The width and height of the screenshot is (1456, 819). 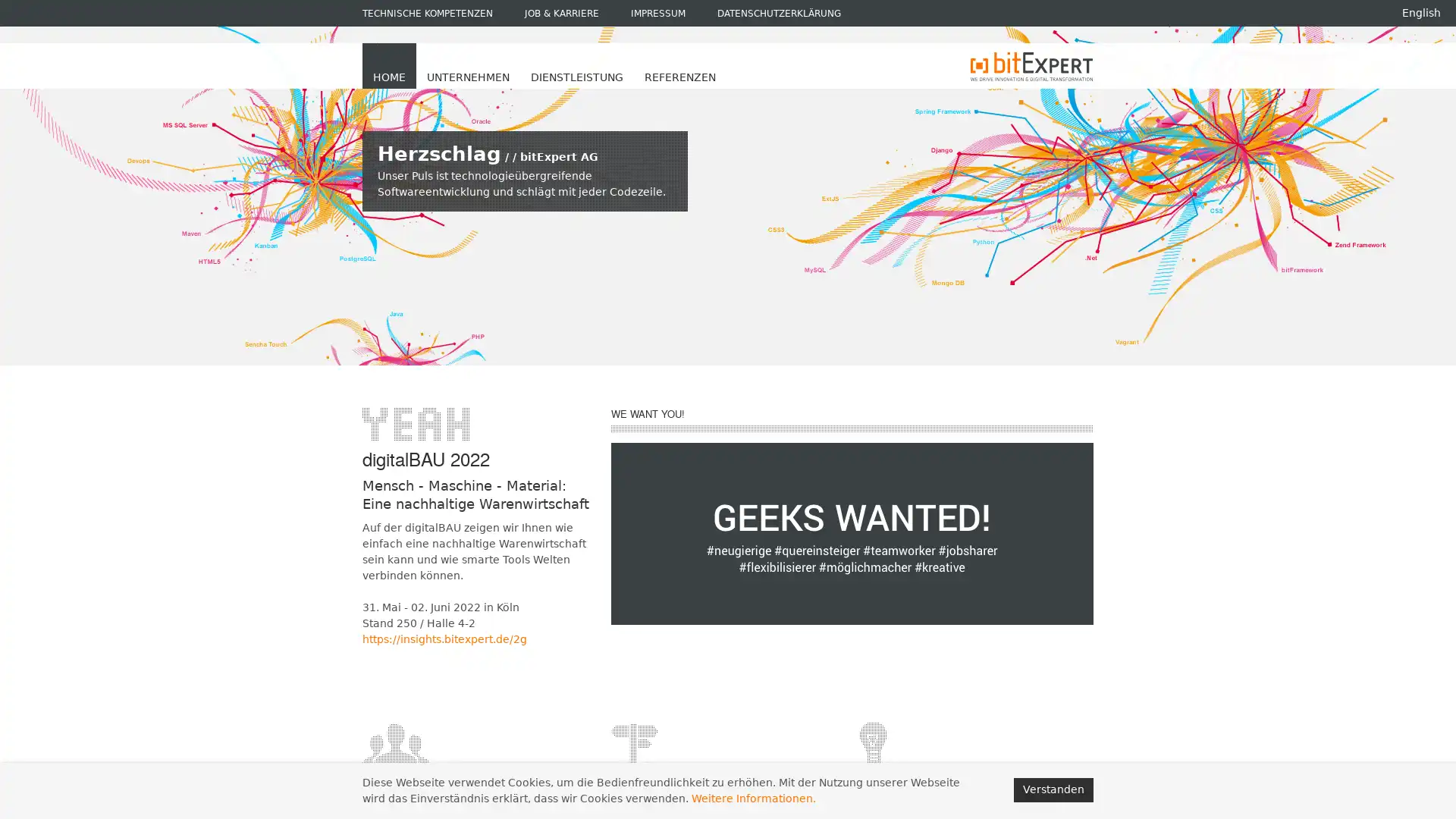 What do you see at coordinates (1052, 789) in the screenshot?
I see `Verstanden` at bounding box center [1052, 789].